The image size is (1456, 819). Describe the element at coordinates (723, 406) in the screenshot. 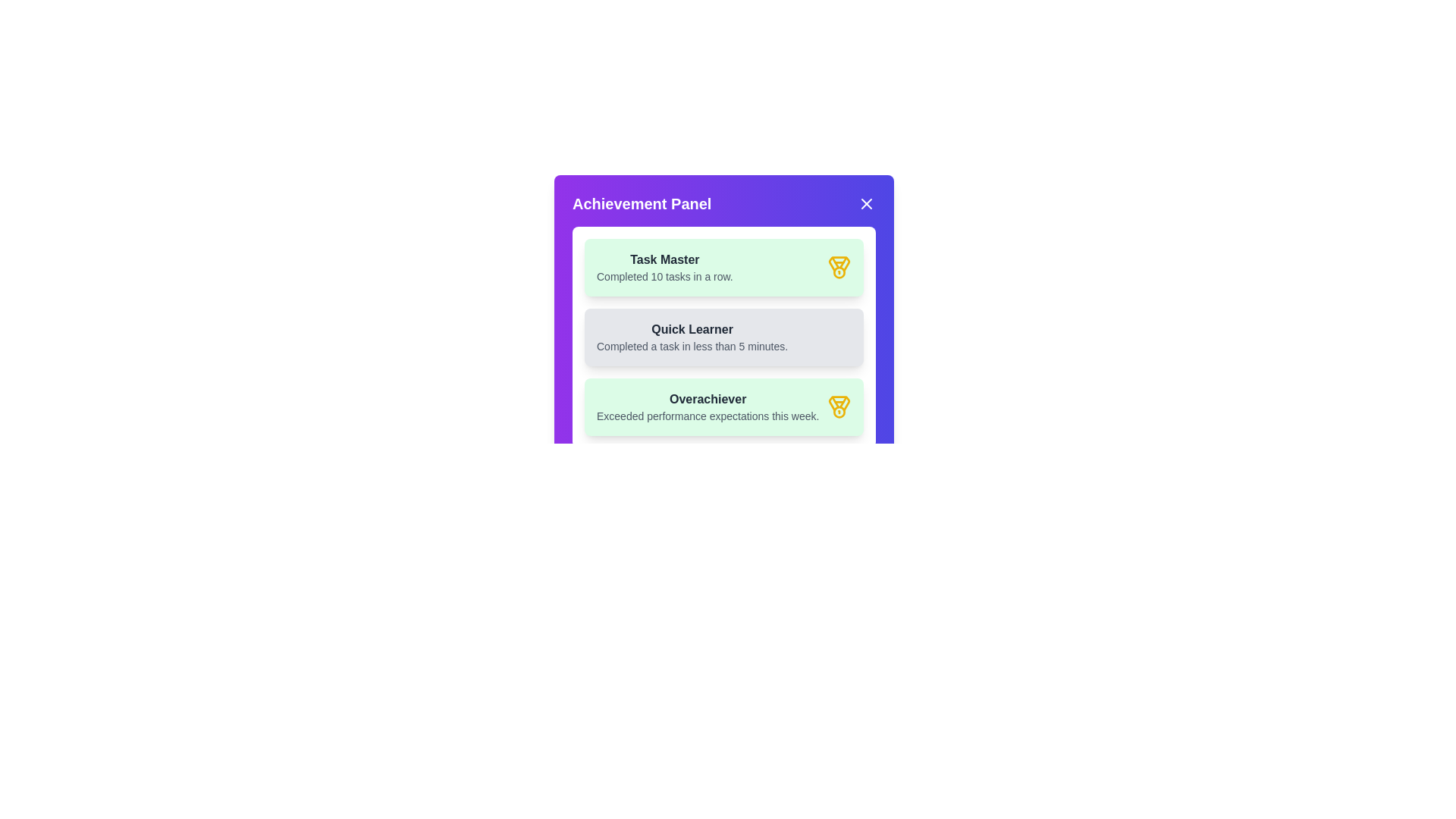

I see `the Display card that shows the achievement summary for exceeding performance expectations for the week, located at the bottom of the list of cards` at that location.